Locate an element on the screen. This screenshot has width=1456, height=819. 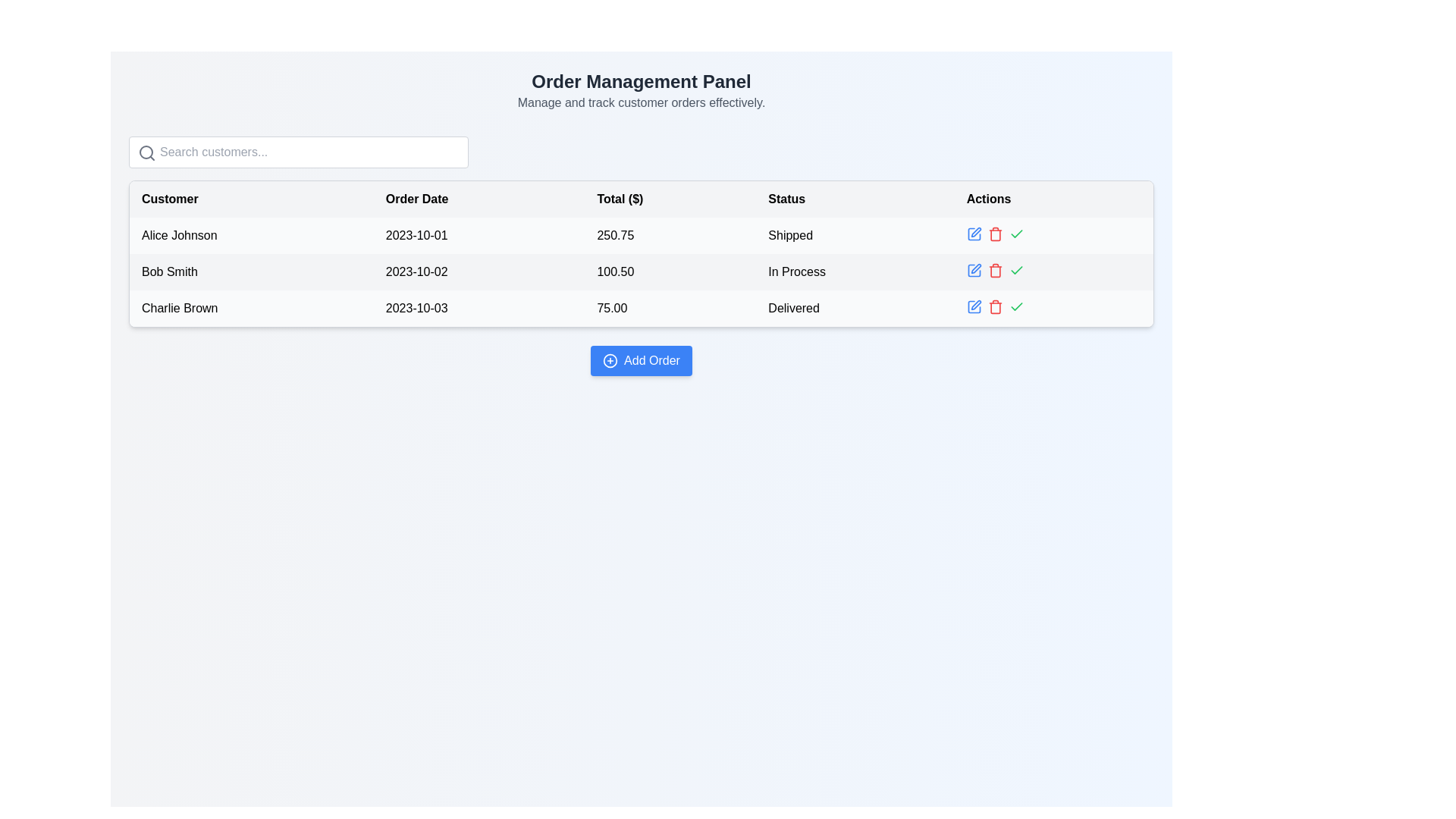
the blank separator element located in the 'Actions' column of the table, positioned to the right of the action icons for 'Alice Johnson' is located at coordinates (1053, 234).